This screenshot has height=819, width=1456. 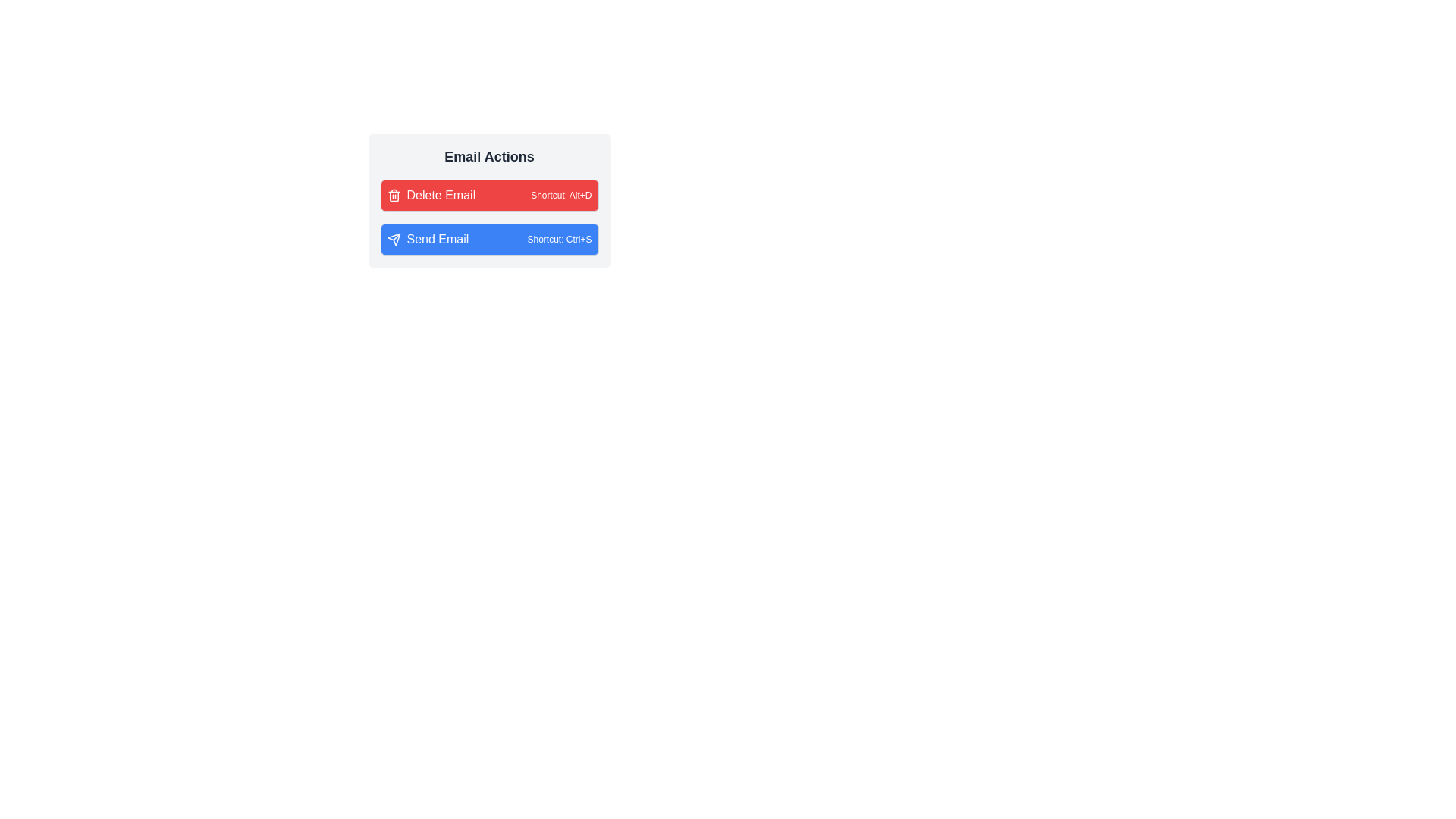 What do you see at coordinates (489, 157) in the screenshot?
I see `the text label header that indicates the purpose of the section, grouping the 'Delete Email' and 'Send Email' actions beneath it` at bounding box center [489, 157].